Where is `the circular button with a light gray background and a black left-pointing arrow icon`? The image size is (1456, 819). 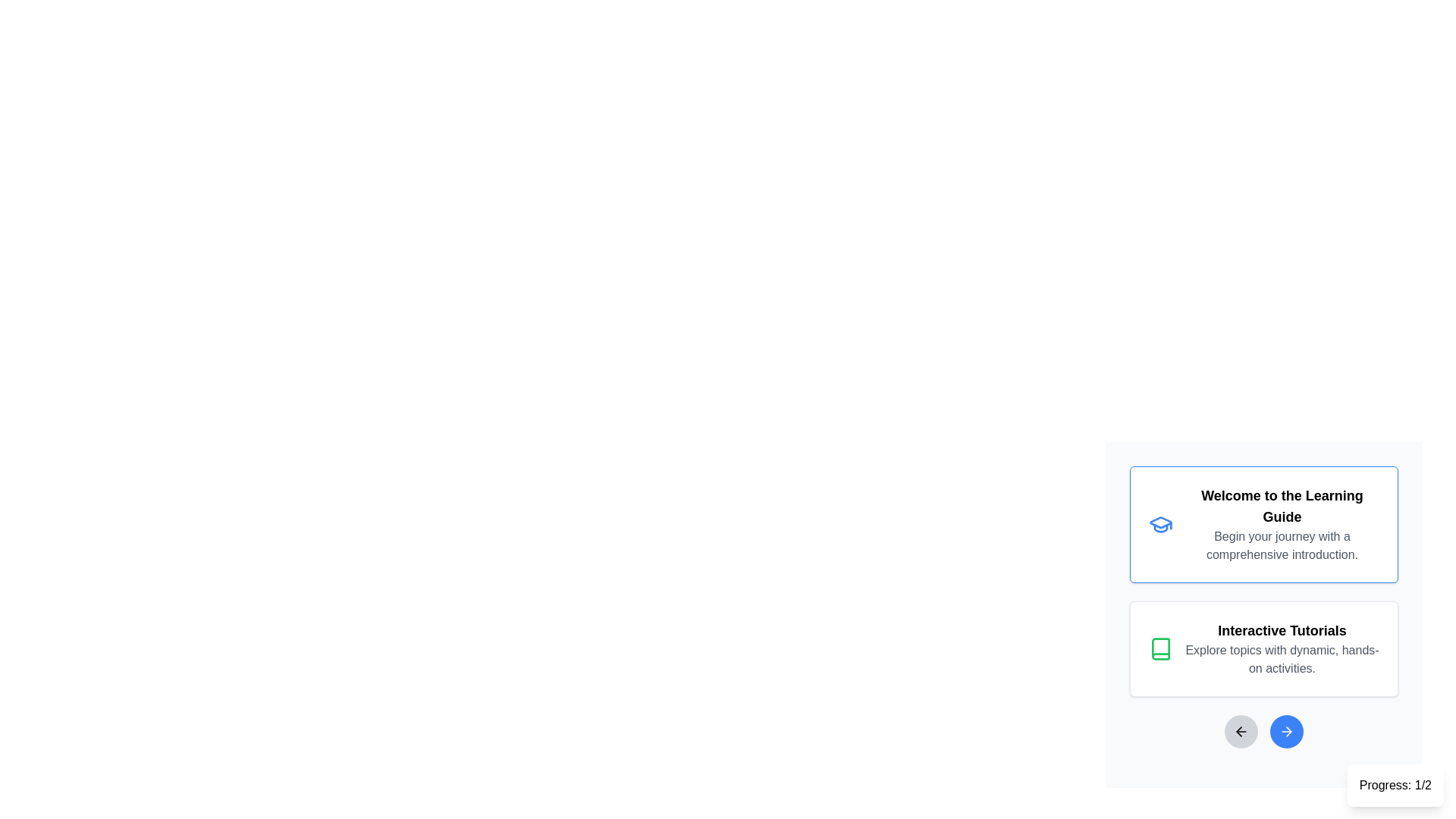
the circular button with a light gray background and a black left-pointing arrow icon is located at coordinates (1241, 730).